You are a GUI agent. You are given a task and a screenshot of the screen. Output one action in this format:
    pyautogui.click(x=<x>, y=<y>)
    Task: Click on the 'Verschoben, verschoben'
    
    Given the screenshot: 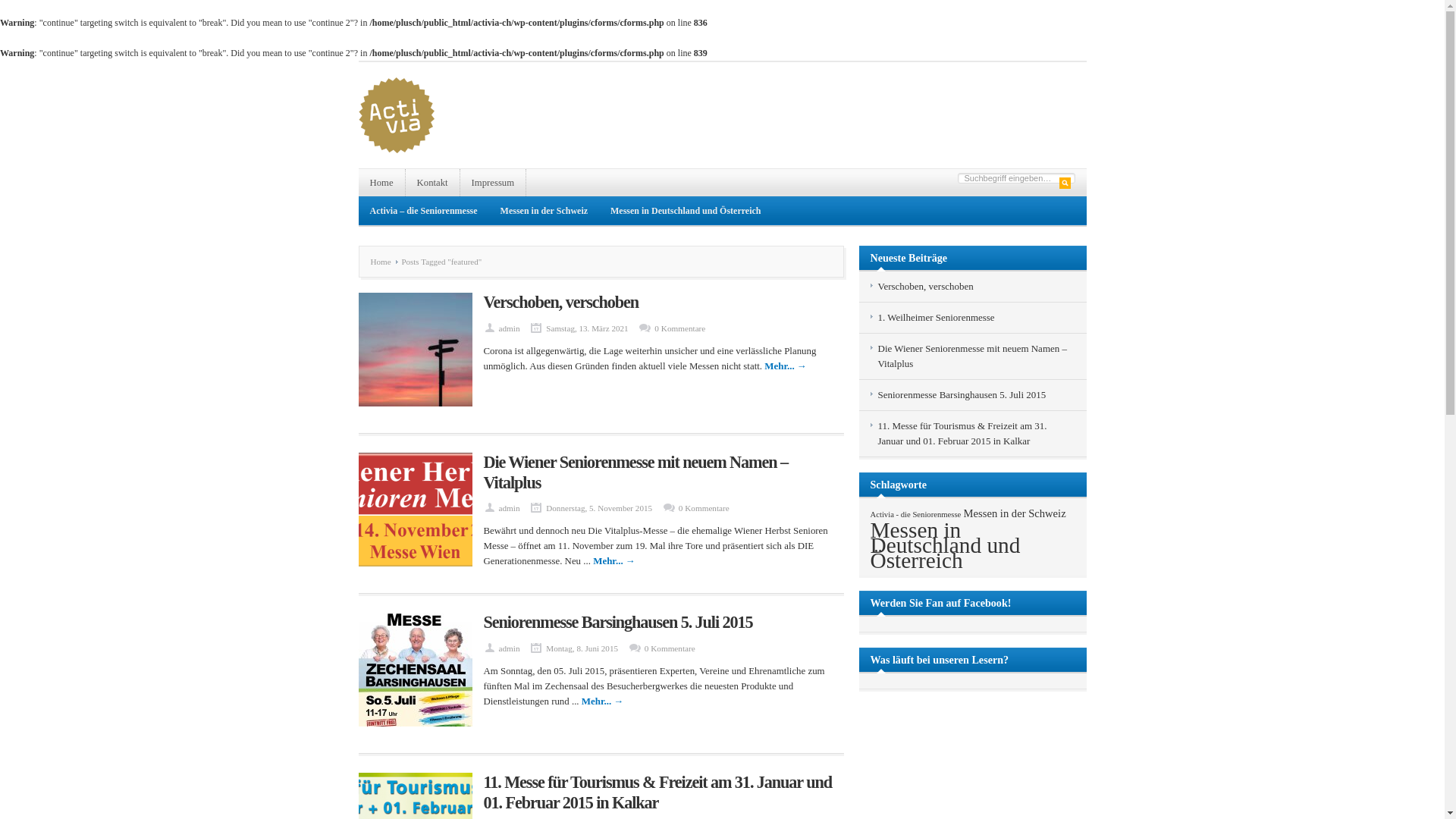 What is the action you would take?
    pyautogui.click(x=560, y=302)
    